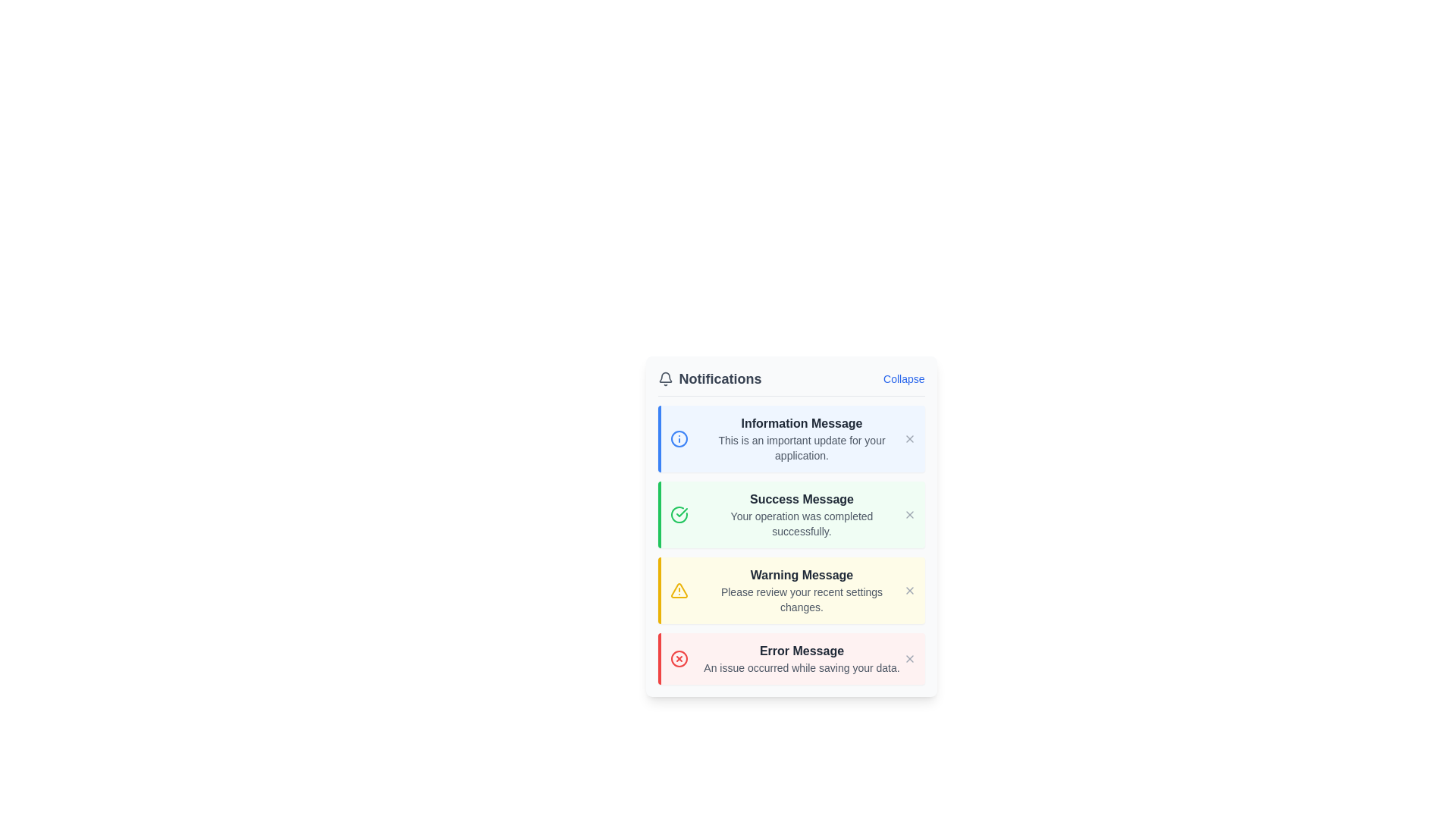 Image resolution: width=1456 pixels, height=819 pixels. What do you see at coordinates (801, 576) in the screenshot?
I see `warning title text from the first line of the third notification box, which is centered horizontally within the box` at bounding box center [801, 576].